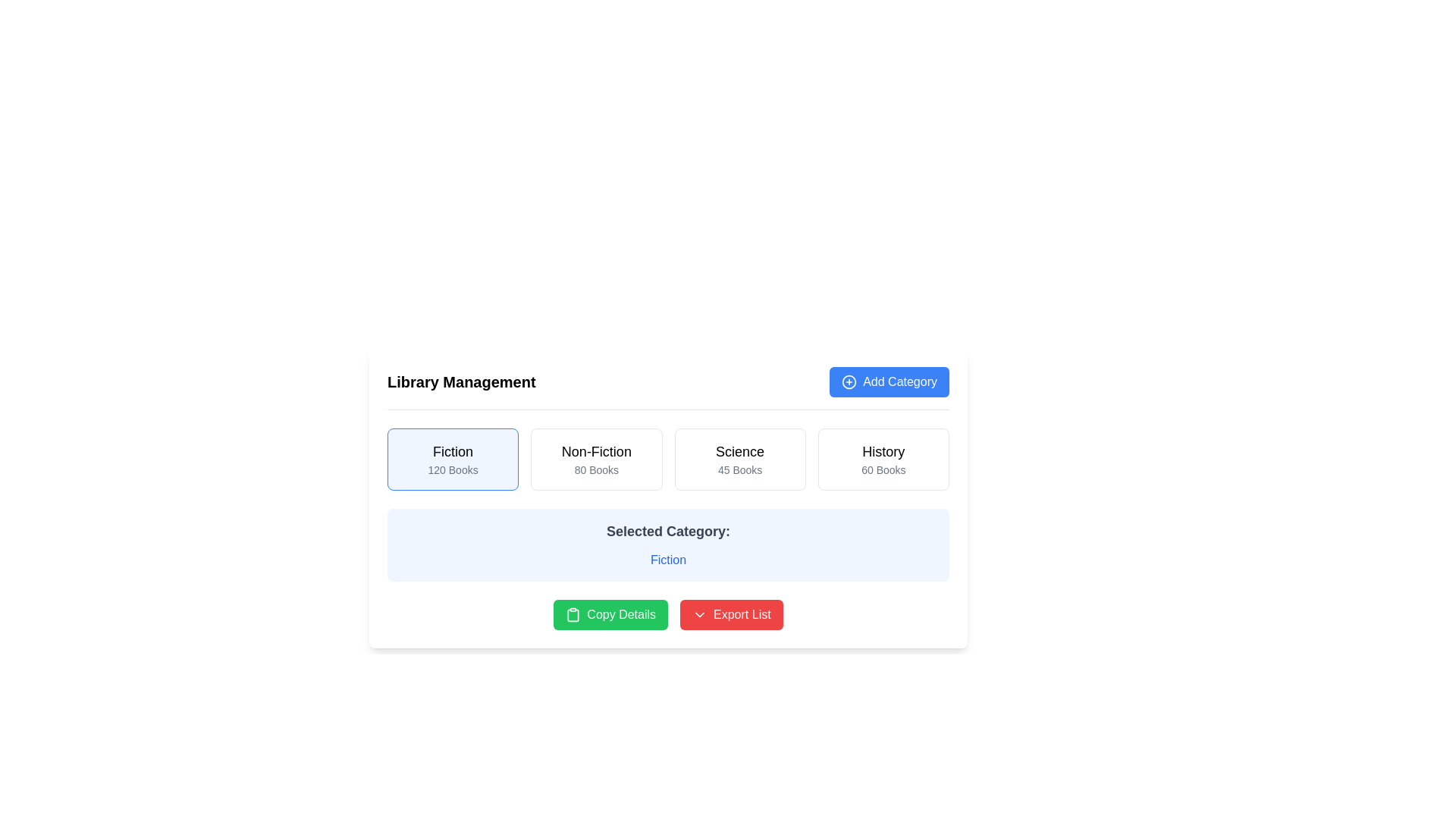 The width and height of the screenshot is (1456, 819). What do you see at coordinates (573, 615) in the screenshot?
I see `the clipboard-shaped decorative icon located centrally within the green 'Copy Details' button at the bottom-left of the control area, beneath the 'Selected Category' section` at bounding box center [573, 615].